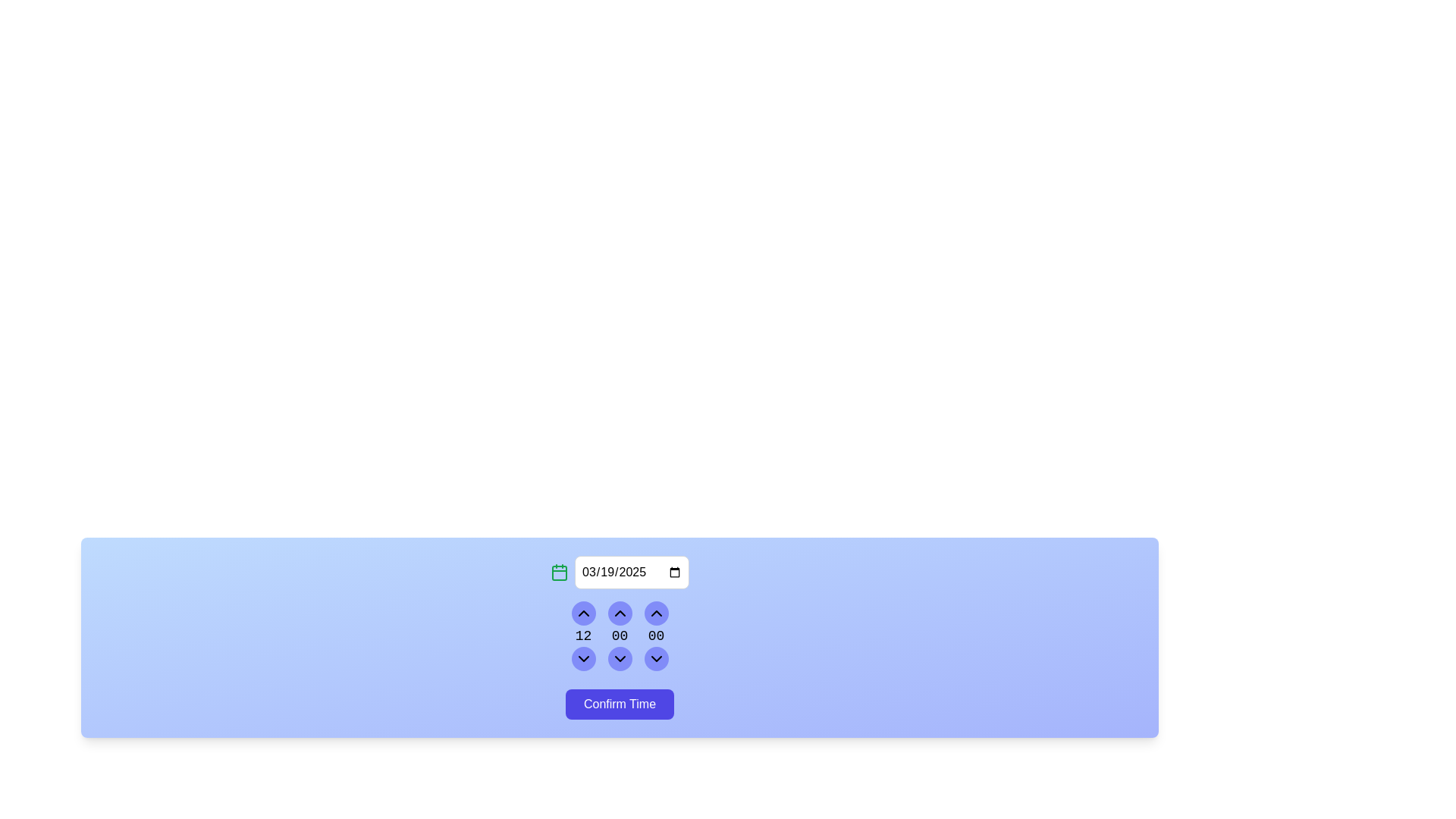 The width and height of the screenshot is (1456, 819). I want to click on the increment control button located in the upper-left section, directly above the number '12', so click(582, 613).